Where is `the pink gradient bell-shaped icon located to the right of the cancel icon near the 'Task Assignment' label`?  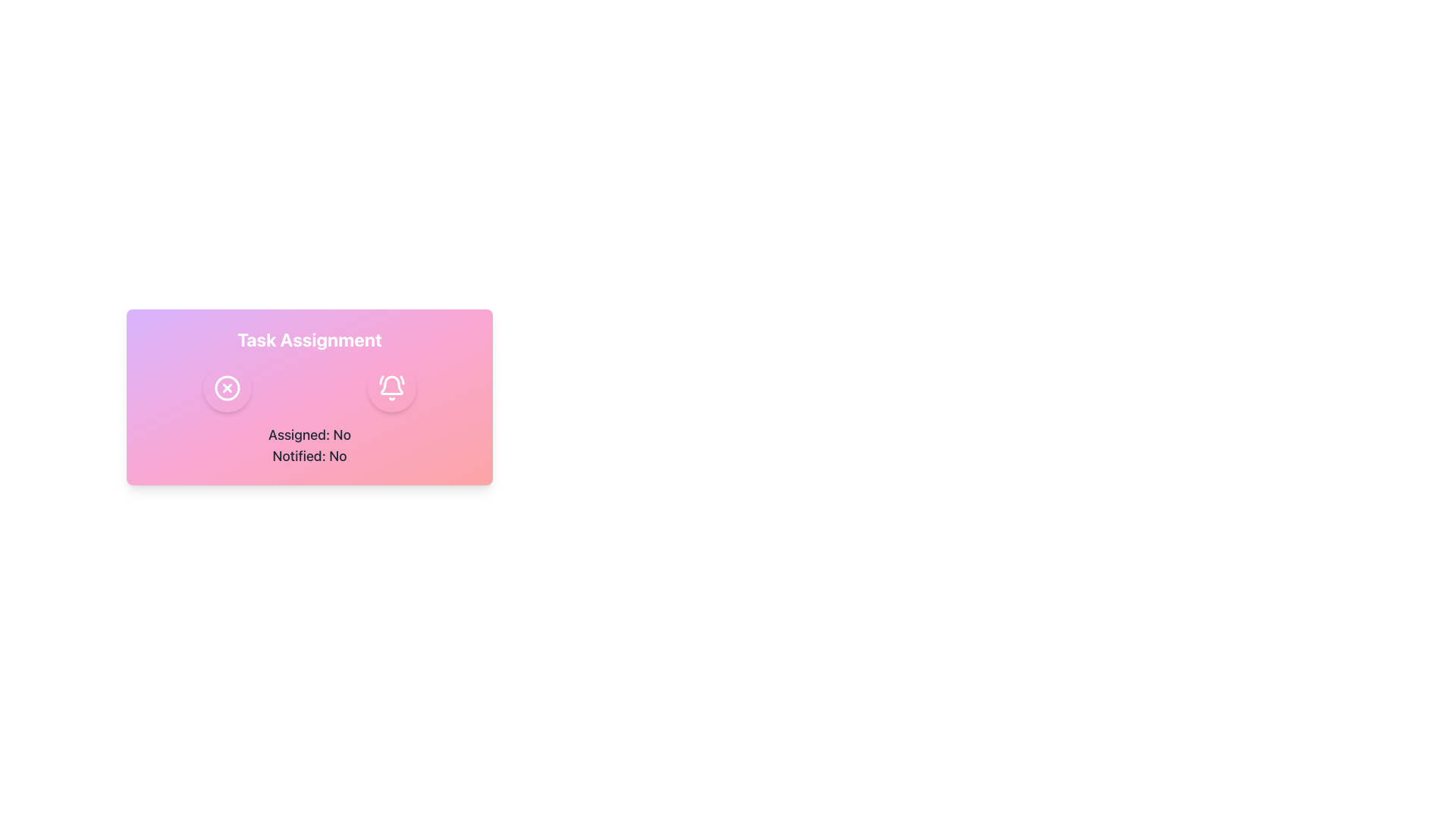 the pink gradient bell-shaped icon located to the right of the cancel icon near the 'Task Assignment' label is located at coordinates (392, 384).